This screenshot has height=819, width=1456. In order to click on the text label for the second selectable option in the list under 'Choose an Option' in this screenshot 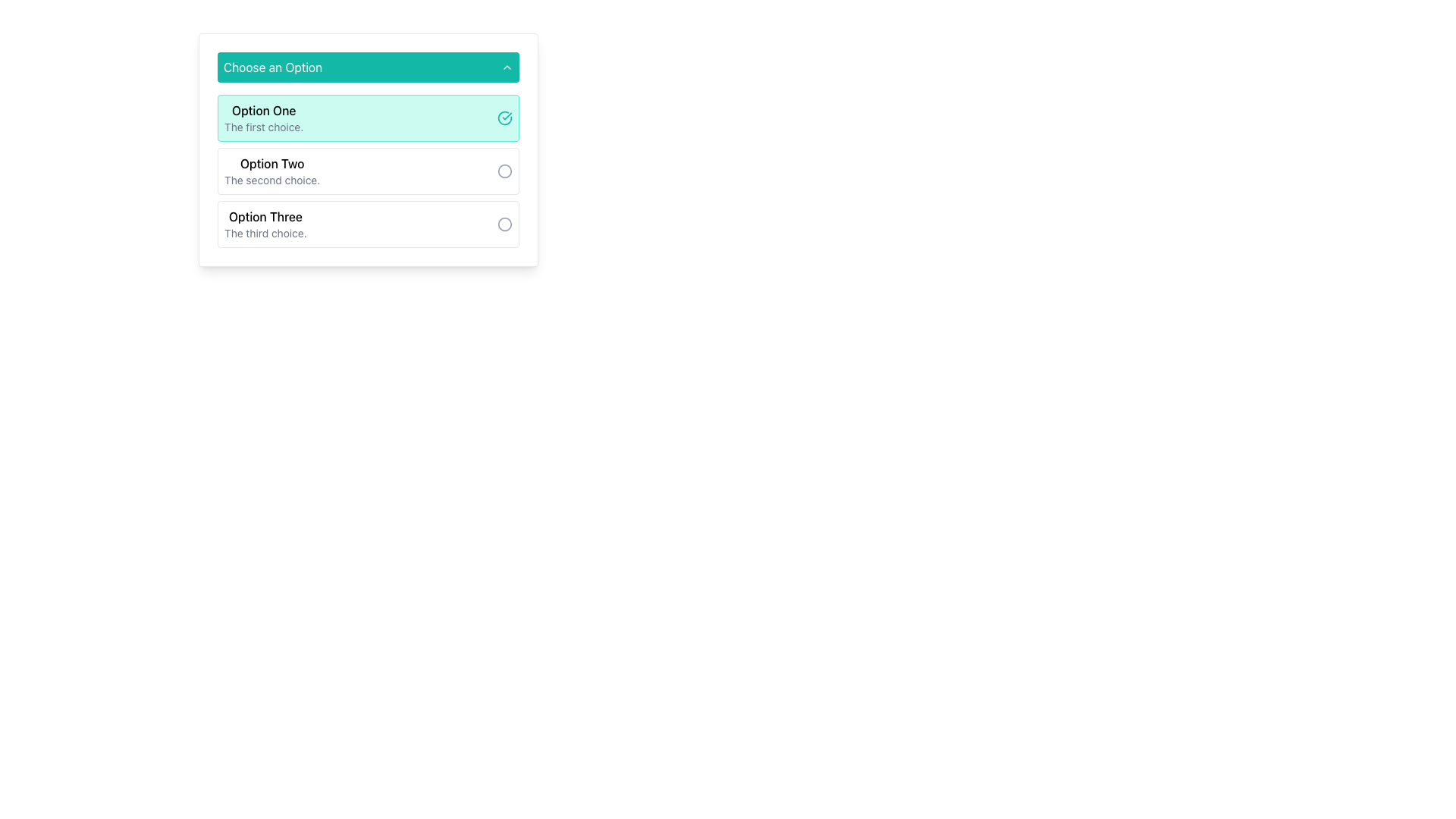, I will do `click(272, 164)`.